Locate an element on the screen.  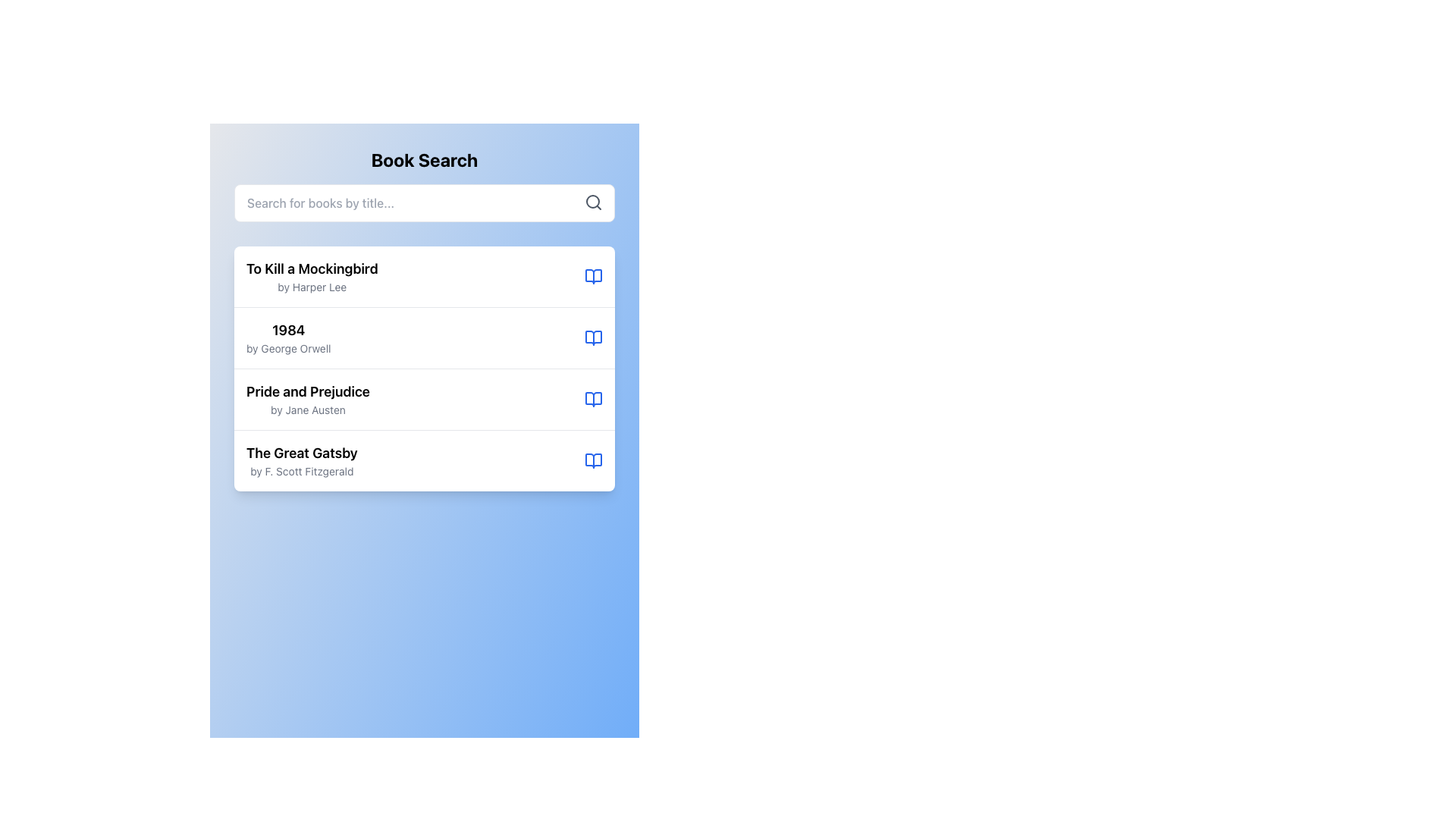
the selectable list item for the book '1984' by George Orwell is located at coordinates (425, 336).